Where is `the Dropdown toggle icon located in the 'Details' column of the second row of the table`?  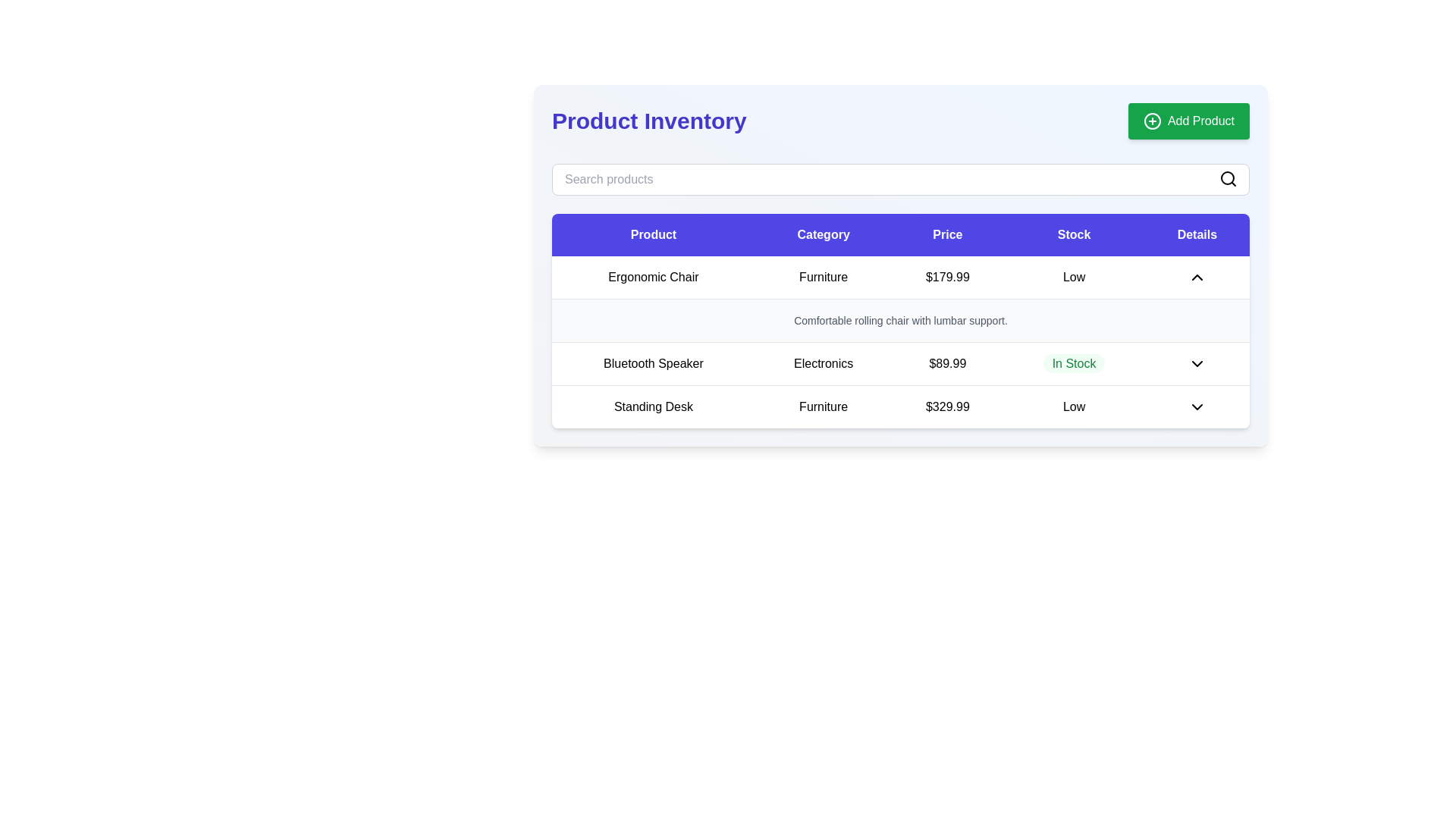 the Dropdown toggle icon located in the 'Details' column of the second row of the table is located at coordinates (1196, 363).